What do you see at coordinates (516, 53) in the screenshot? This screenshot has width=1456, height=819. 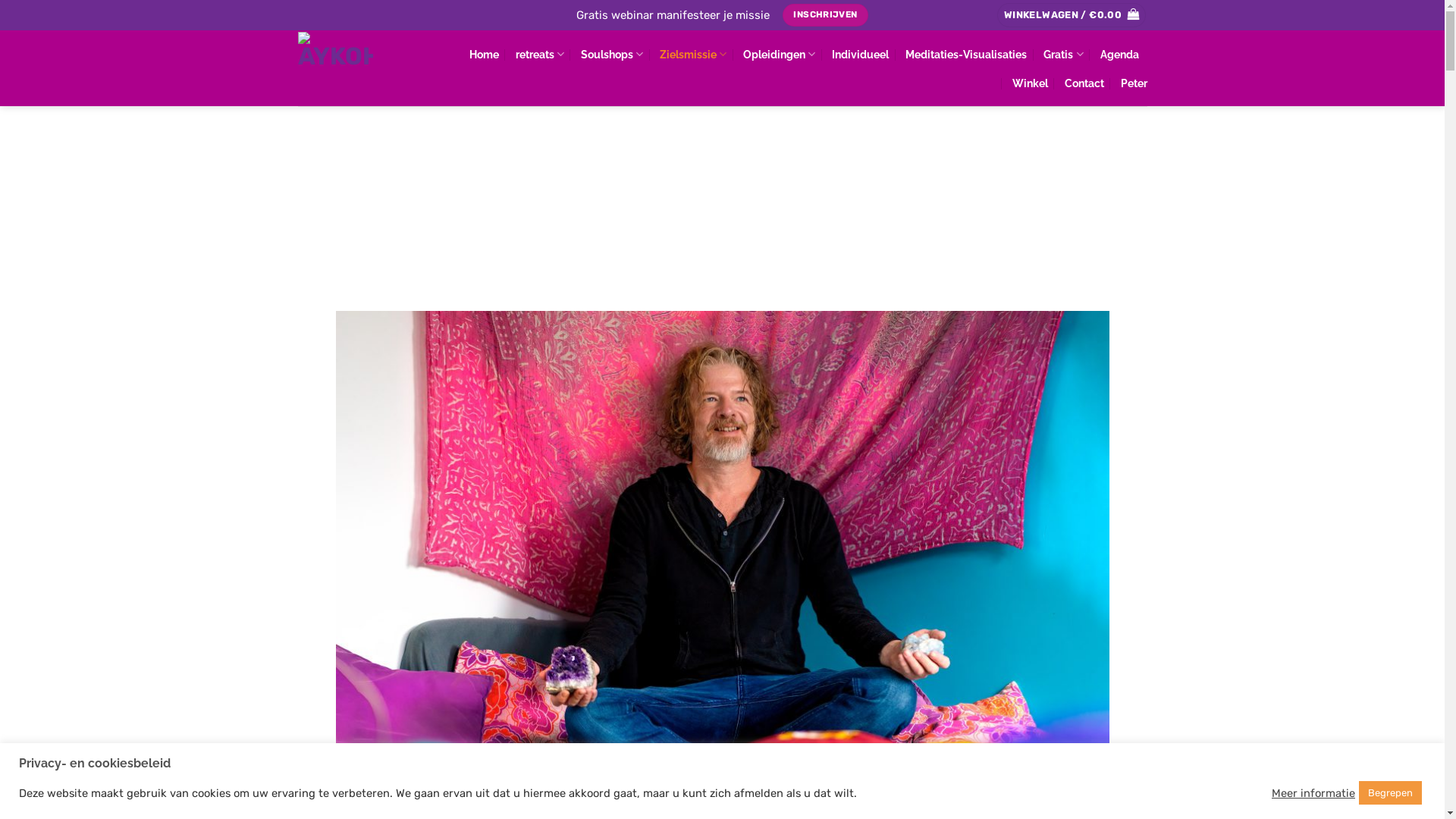 I see `'retreats'` at bounding box center [516, 53].